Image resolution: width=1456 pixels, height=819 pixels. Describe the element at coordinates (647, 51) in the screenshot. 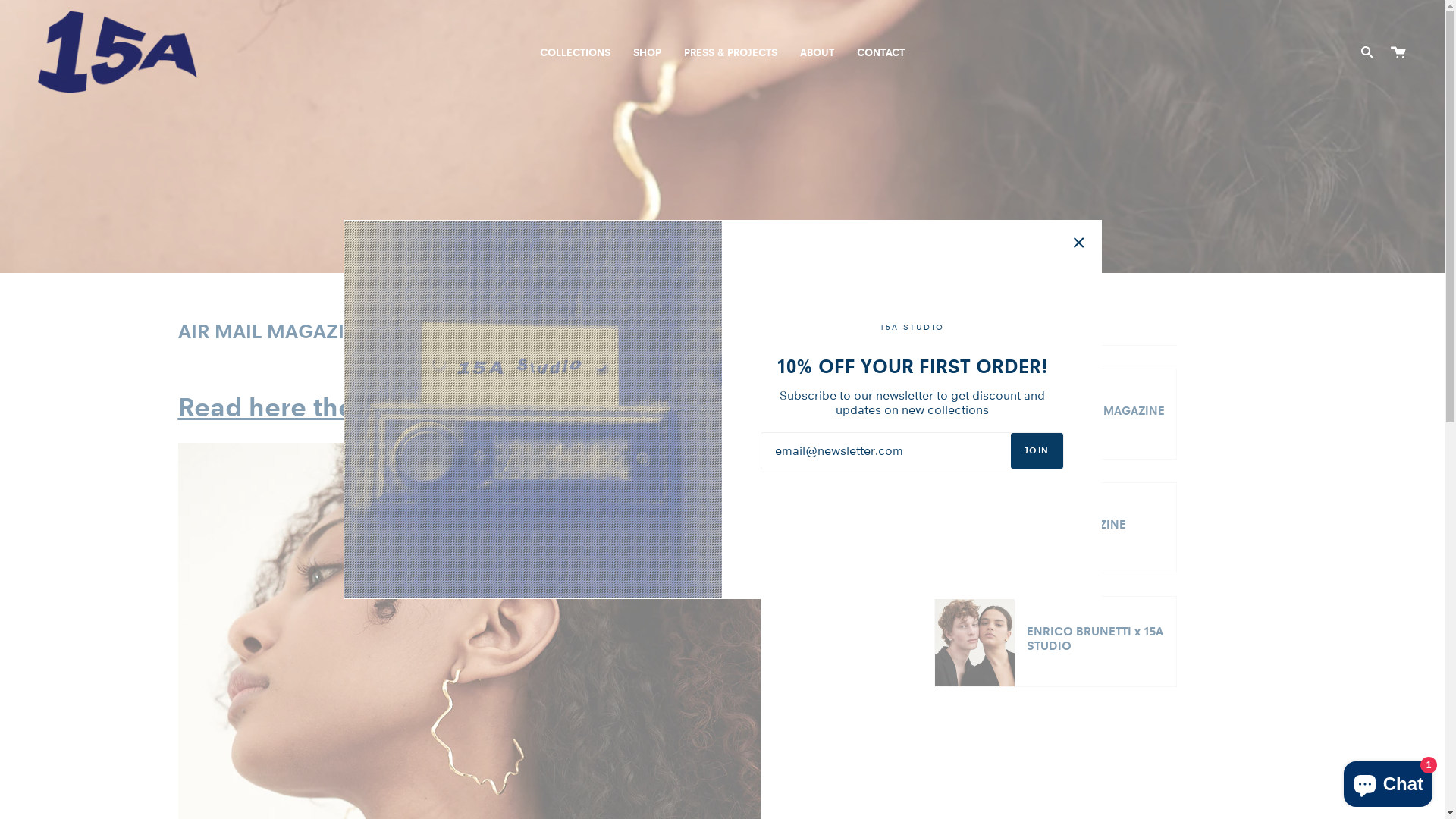

I see `'SHOP'` at that location.